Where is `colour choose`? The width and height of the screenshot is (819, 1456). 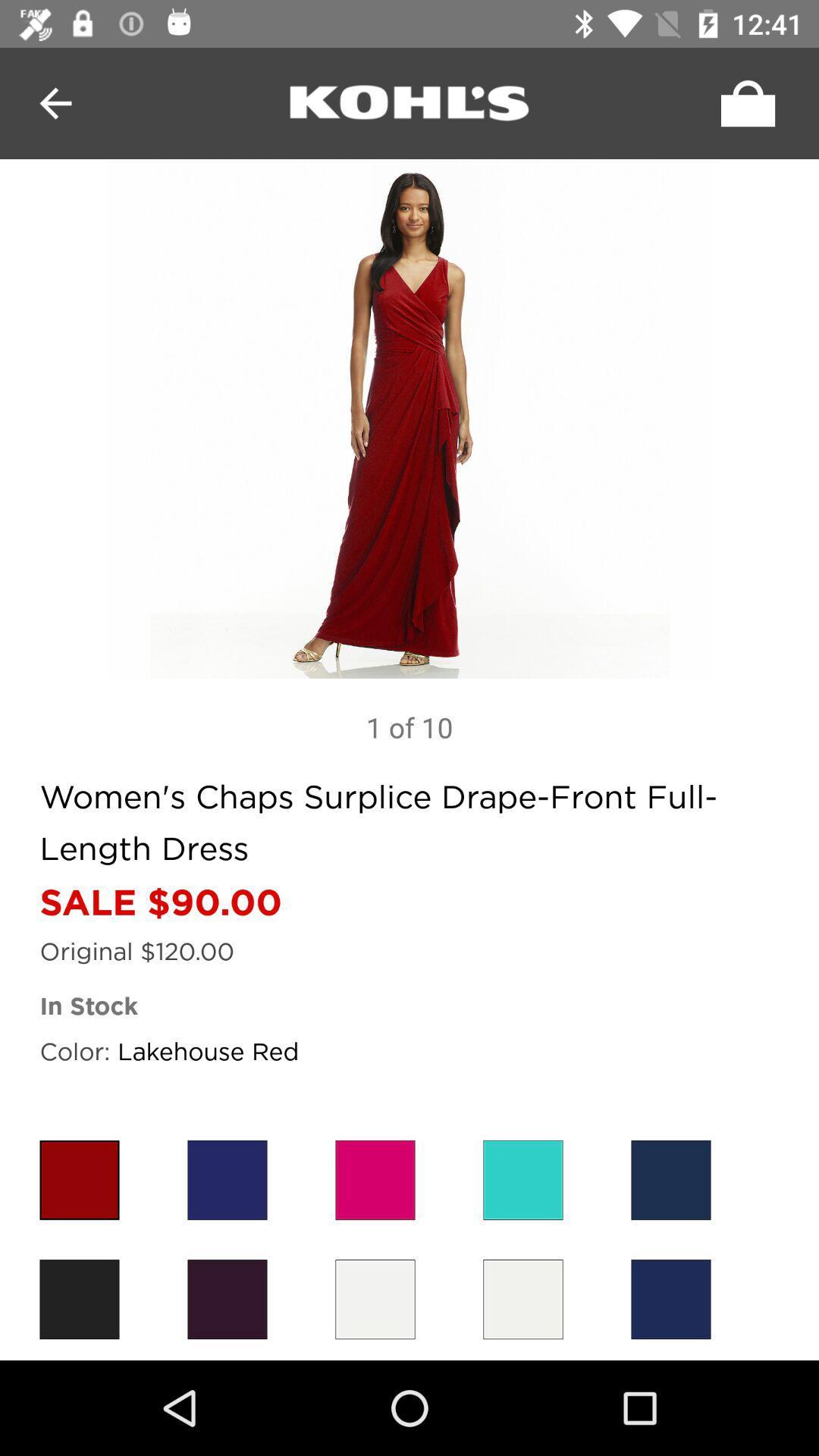
colour choose is located at coordinates (670, 1179).